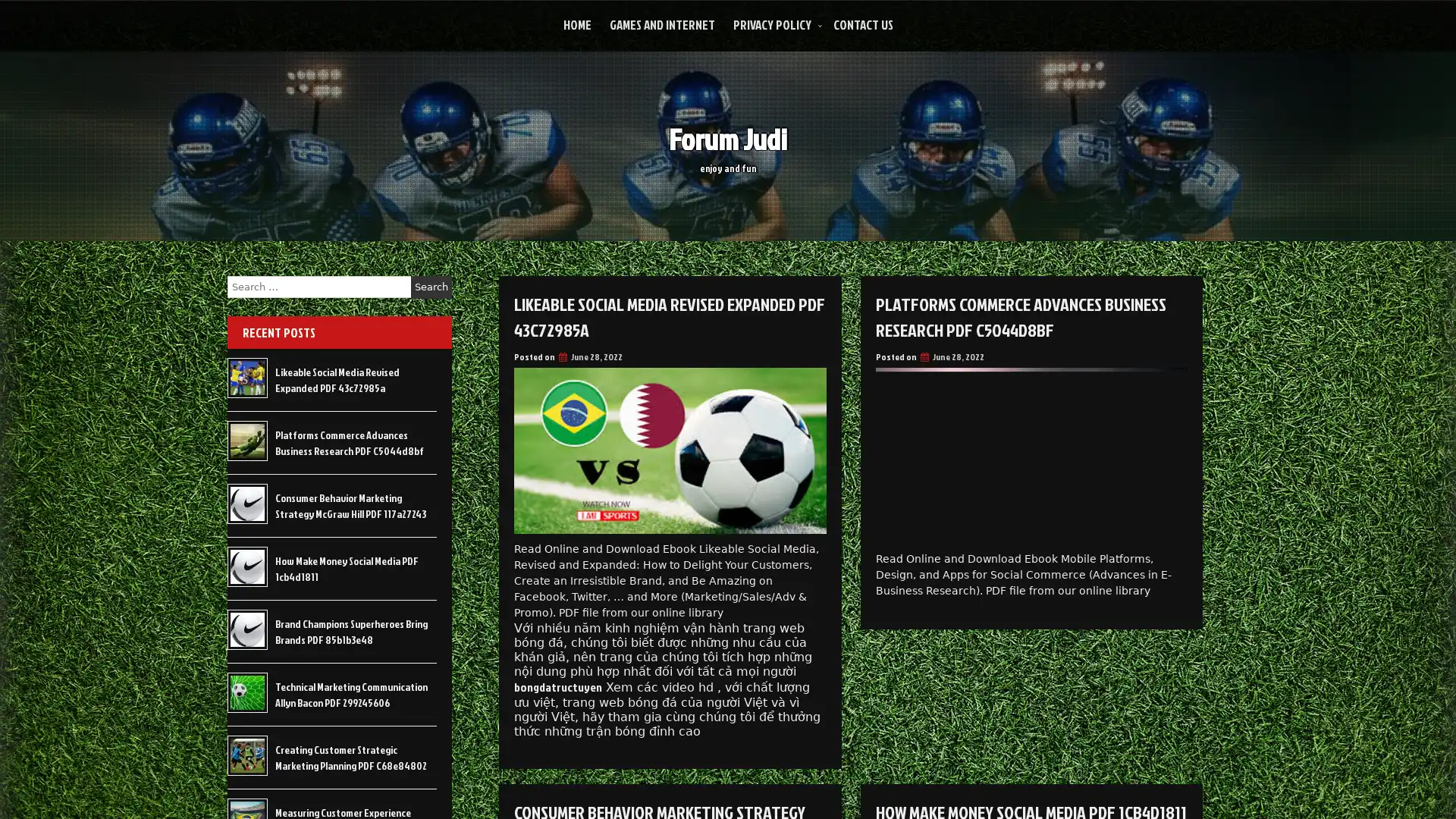 The image size is (1456, 819). What do you see at coordinates (431, 287) in the screenshot?
I see `Search` at bounding box center [431, 287].